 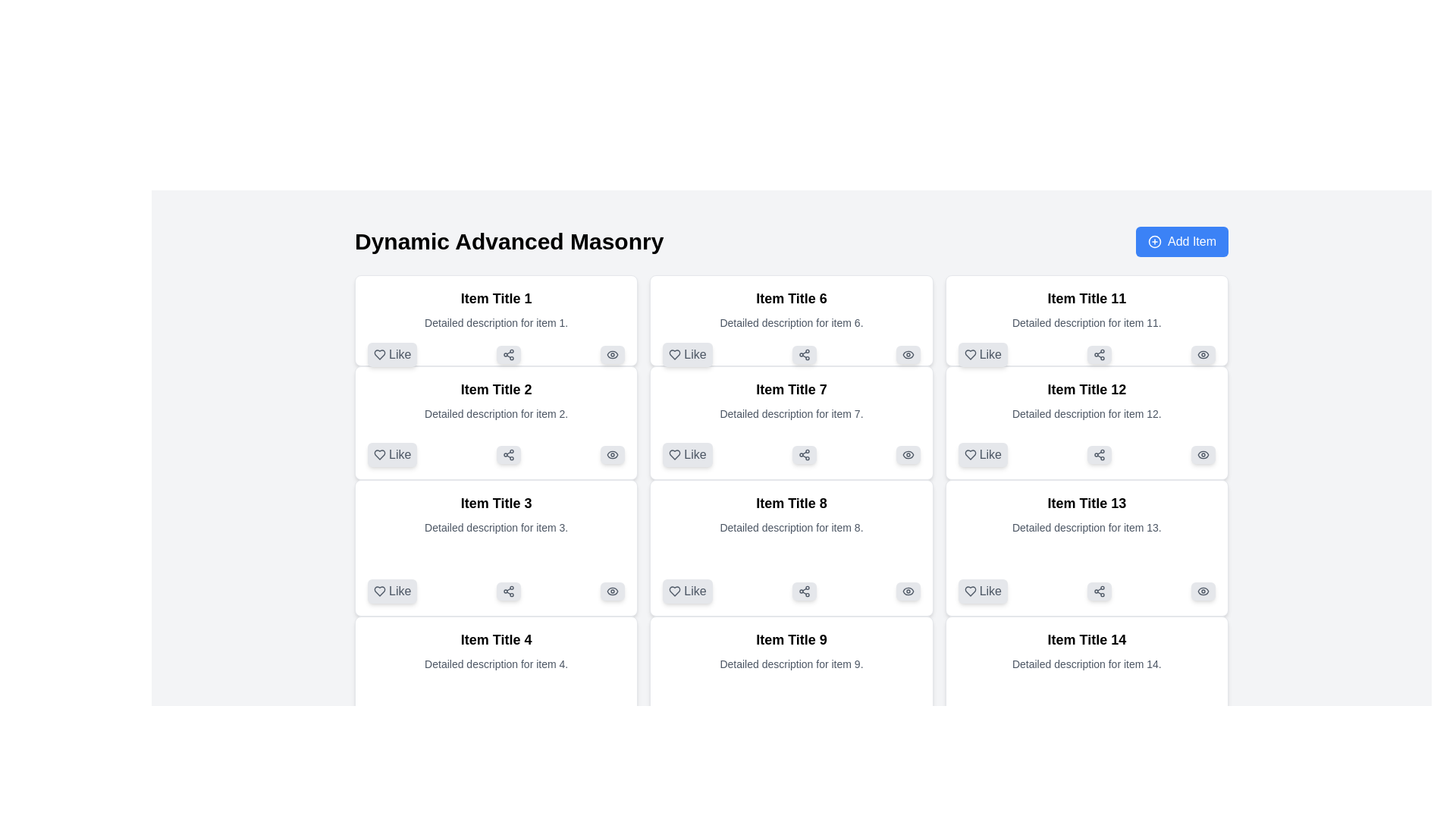 What do you see at coordinates (908, 454) in the screenshot?
I see `the visibility icon located at the top-right corner of the card labeled 'Item Title 7'` at bounding box center [908, 454].